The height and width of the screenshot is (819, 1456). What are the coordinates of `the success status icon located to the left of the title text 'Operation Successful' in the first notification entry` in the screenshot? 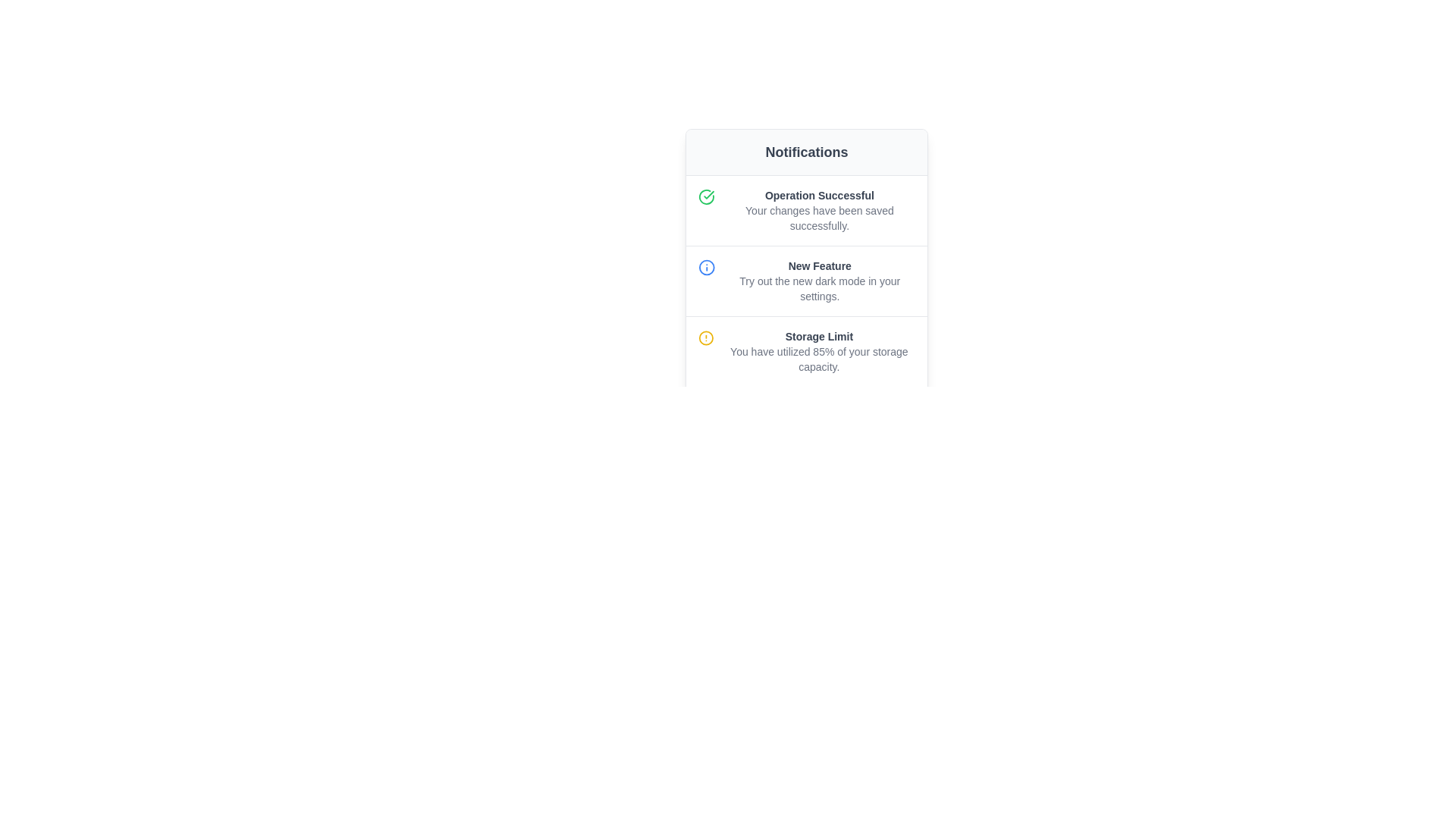 It's located at (705, 196).